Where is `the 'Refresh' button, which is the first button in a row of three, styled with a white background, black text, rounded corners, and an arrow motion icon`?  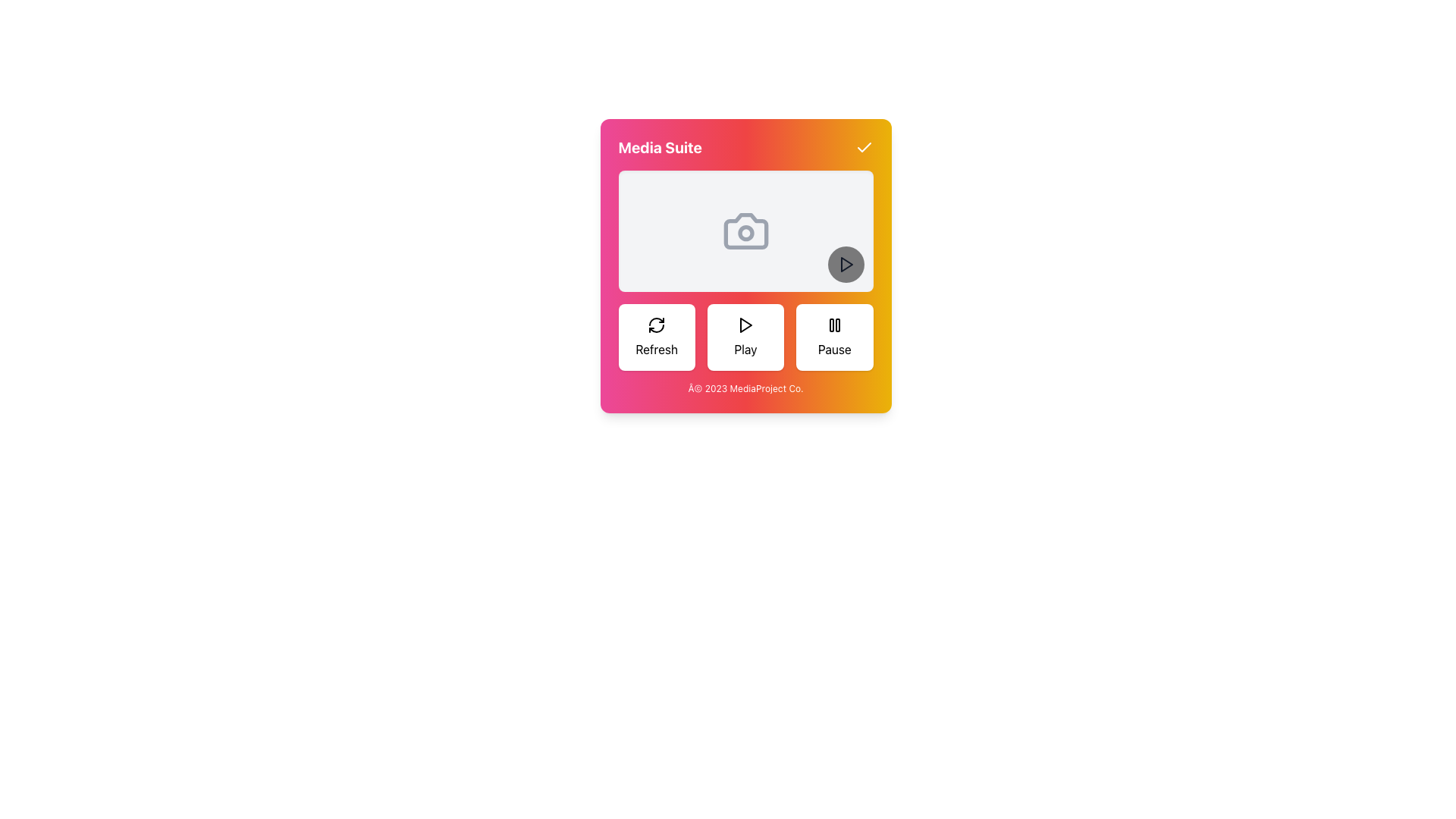 the 'Refresh' button, which is the first button in a row of three, styled with a white background, black text, rounded corners, and an arrow motion icon is located at coordinates (657, 336).